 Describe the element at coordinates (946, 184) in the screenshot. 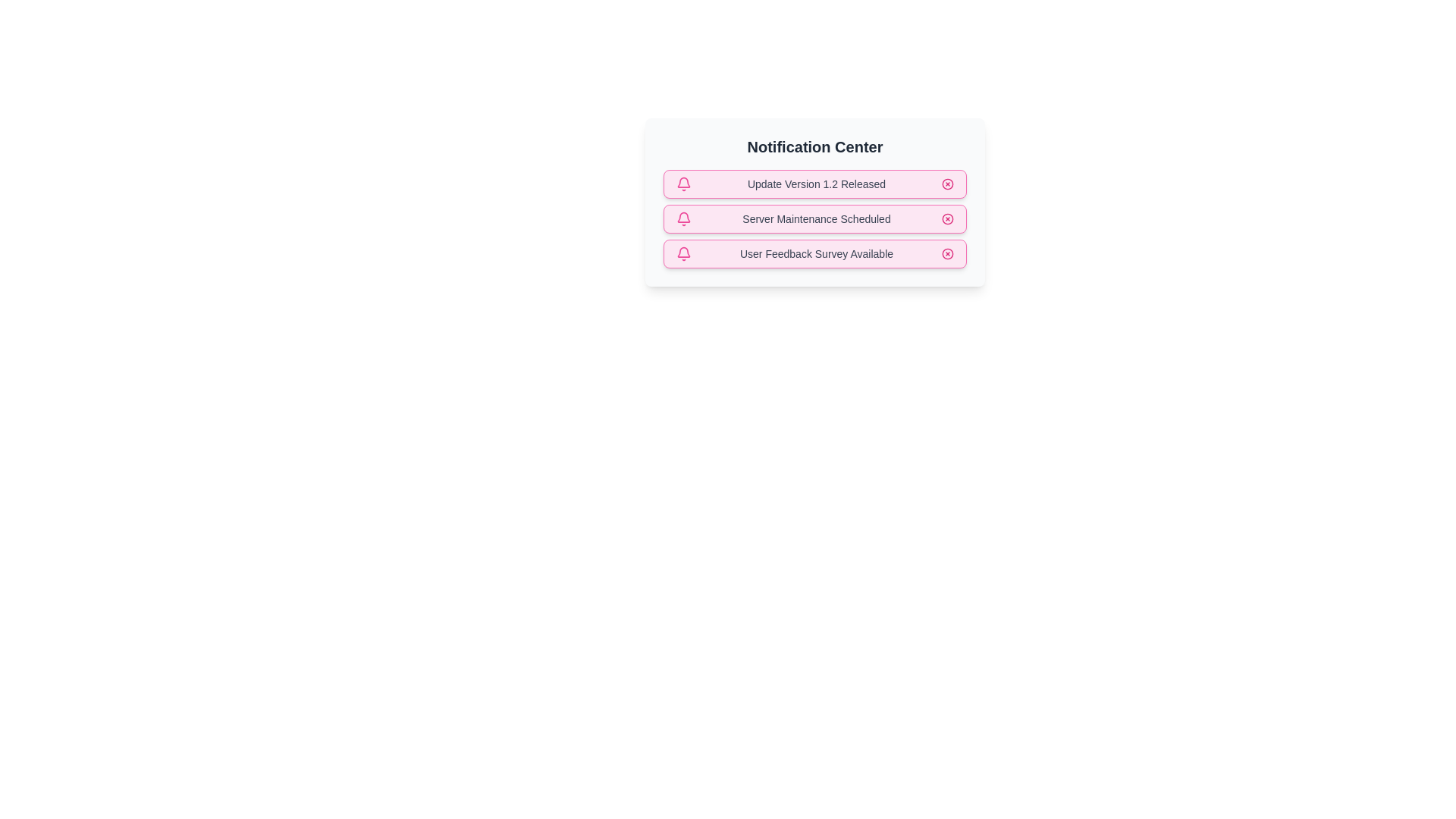

I see `archive button for the notification titled 'Update Version 1.2 Released'` at that location.